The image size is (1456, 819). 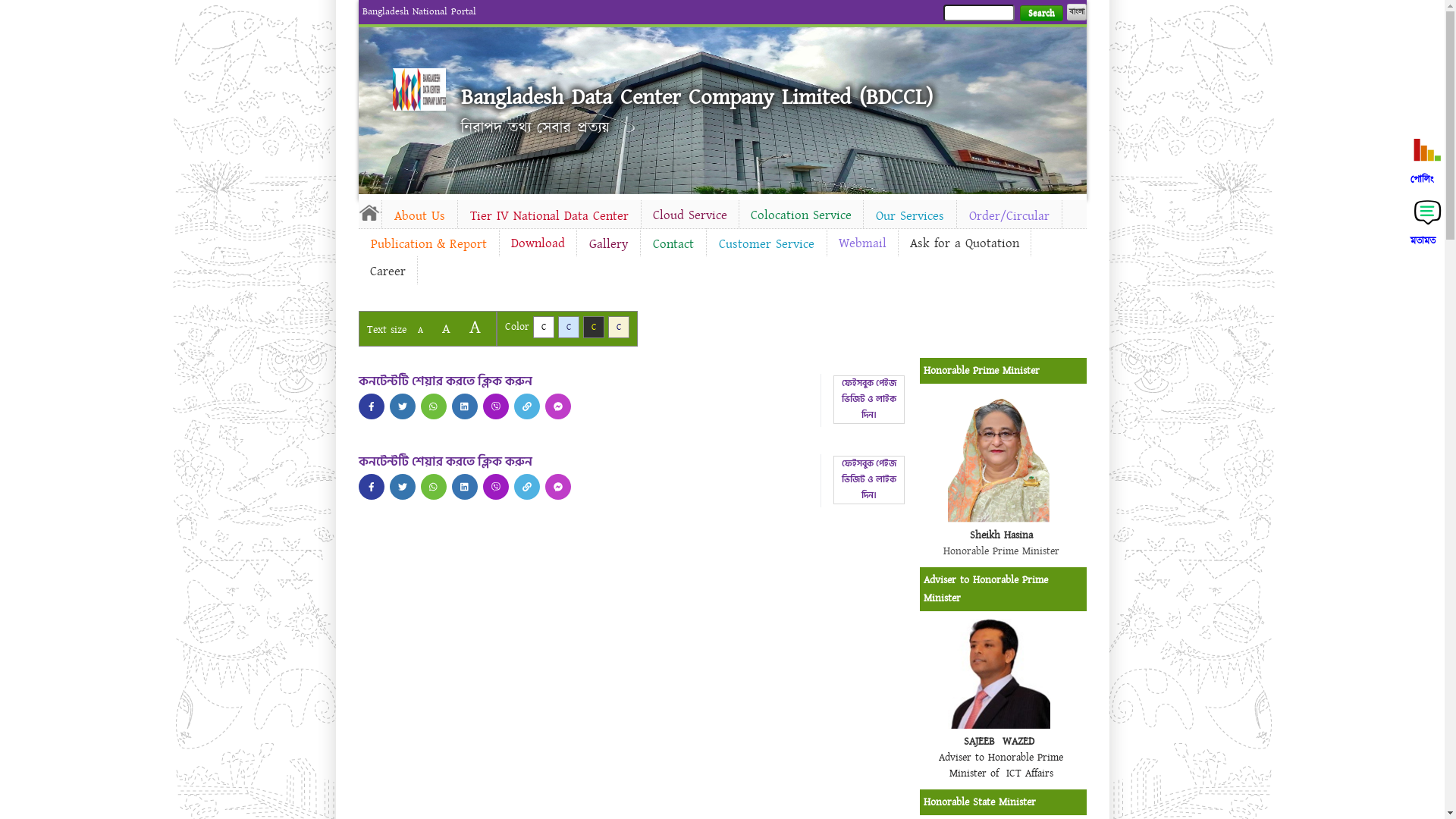 I want to click on 'Cloud Service', so click(x=689, y=215).